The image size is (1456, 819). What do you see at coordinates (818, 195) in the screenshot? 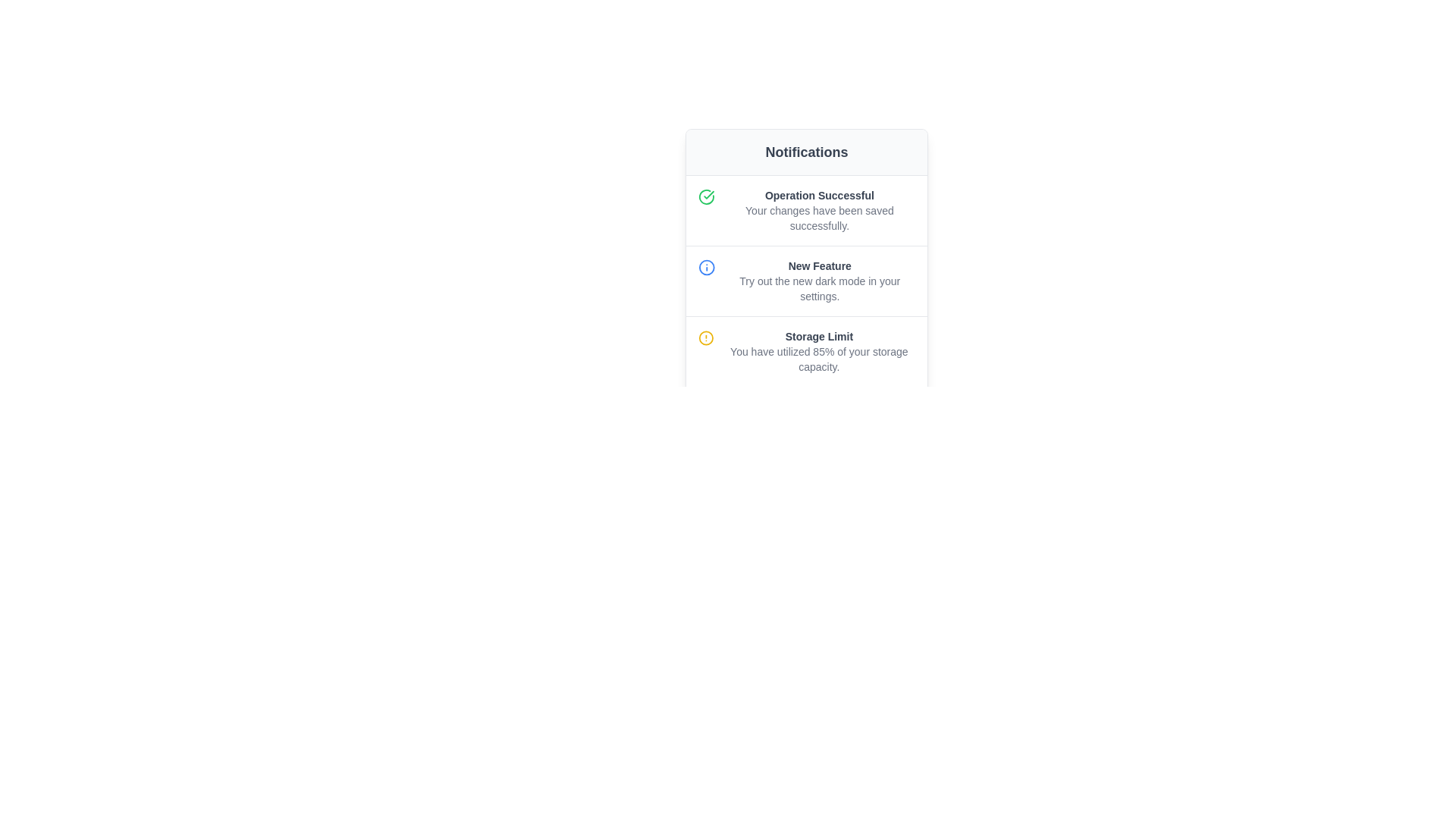
I see `the success notification text element that informs the user of a successful operation, located at the center of the notification card` at bounding box center [818, 195].